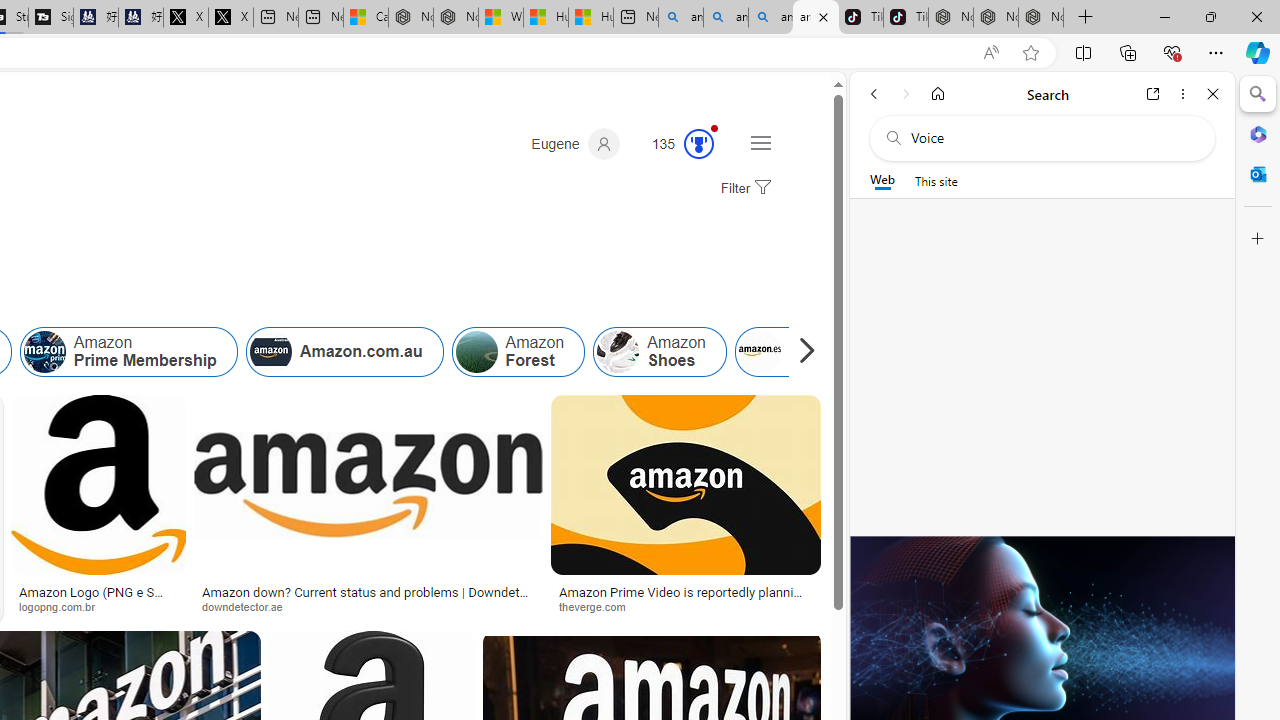 The height and width of the screenshot is (720, 1280). What do you see at coordinates (127, 351) in the screenshot?
I see `'Amazon Prime Membership'` at bounding box center [127, 351].